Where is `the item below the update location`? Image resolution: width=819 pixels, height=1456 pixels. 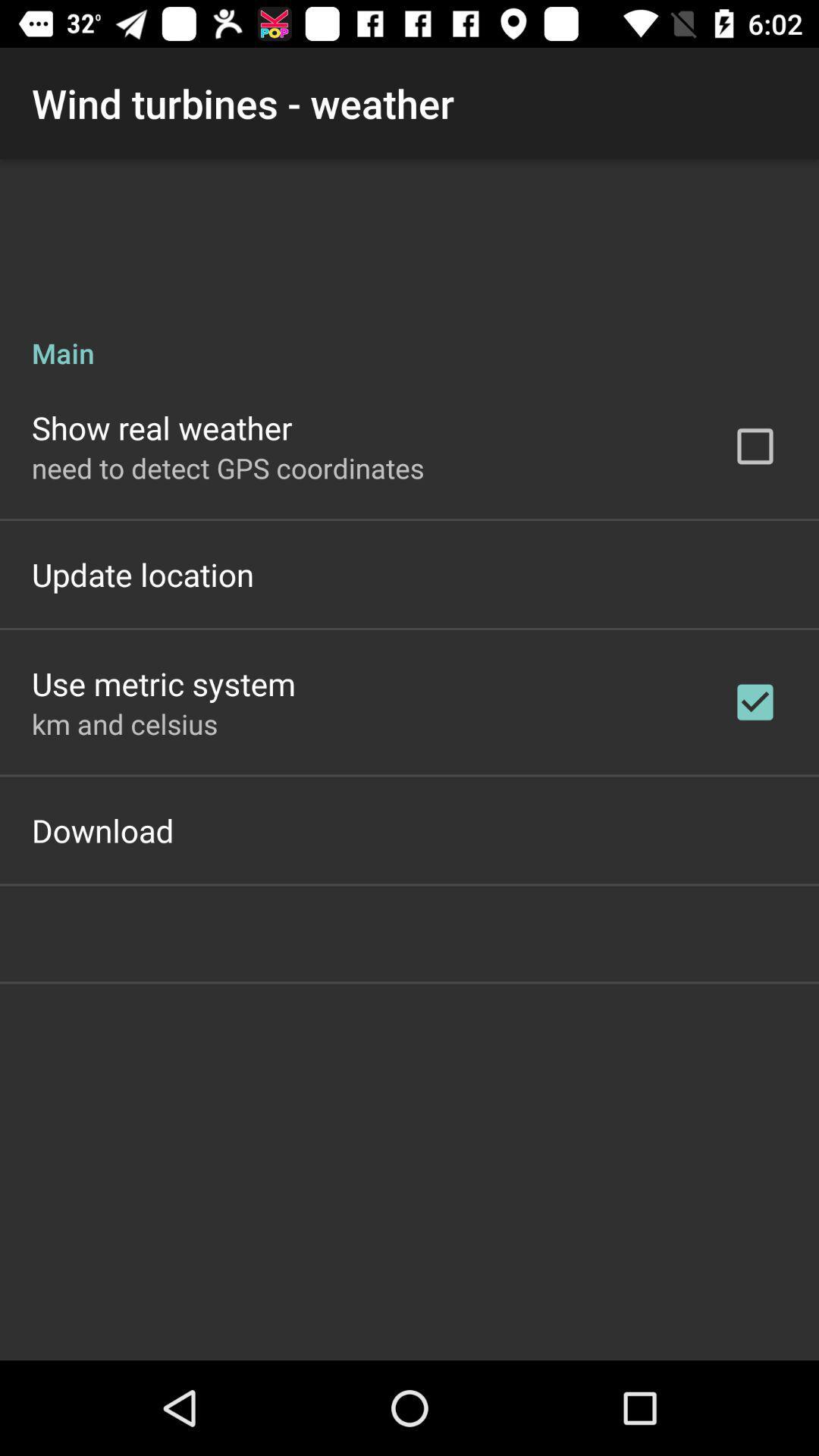
the item below the update location is located at coordinates (164, 682).